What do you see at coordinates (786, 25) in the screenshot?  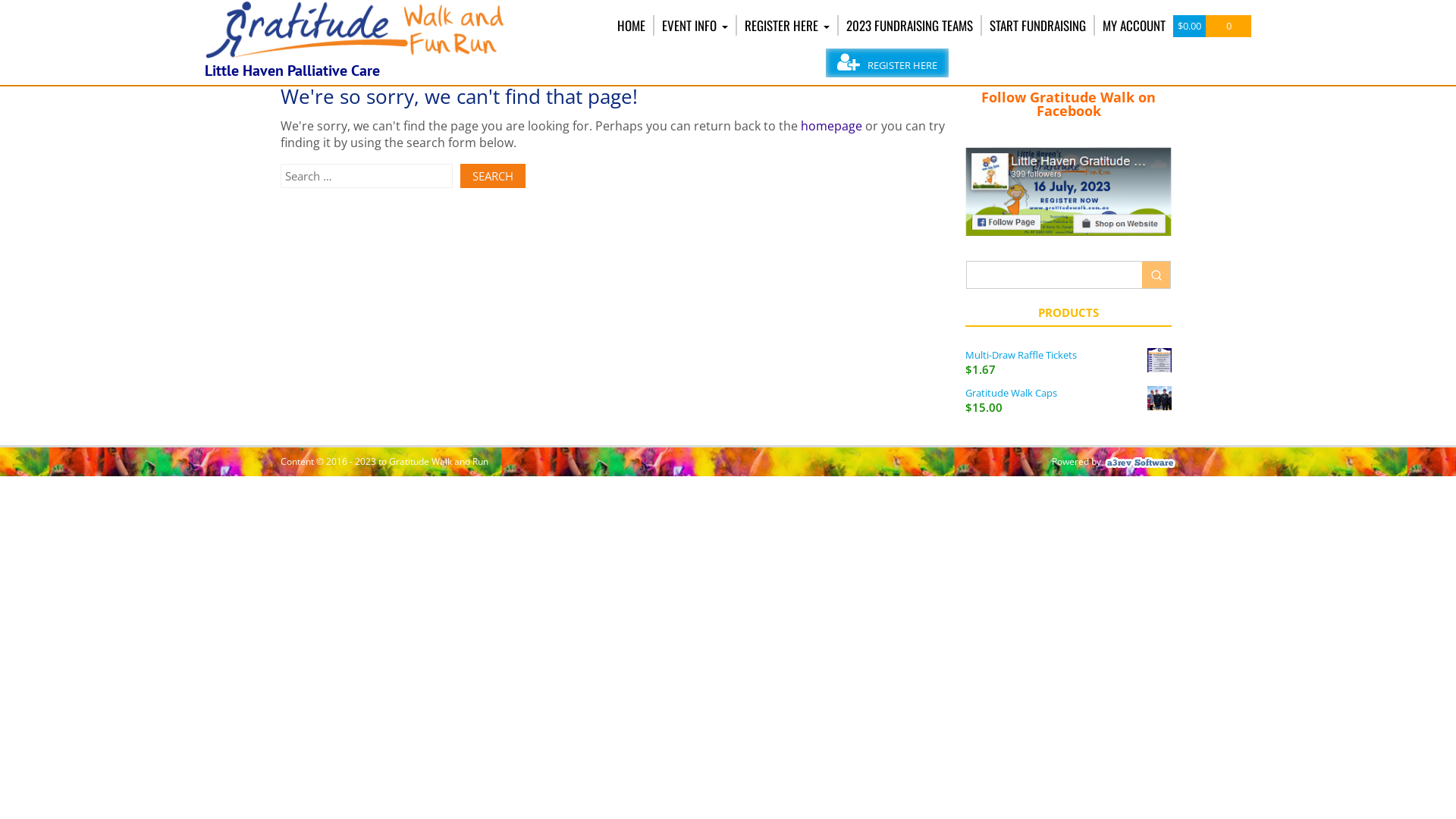 I see `'REGISTER HERE'` at bounding box center [786, 25].